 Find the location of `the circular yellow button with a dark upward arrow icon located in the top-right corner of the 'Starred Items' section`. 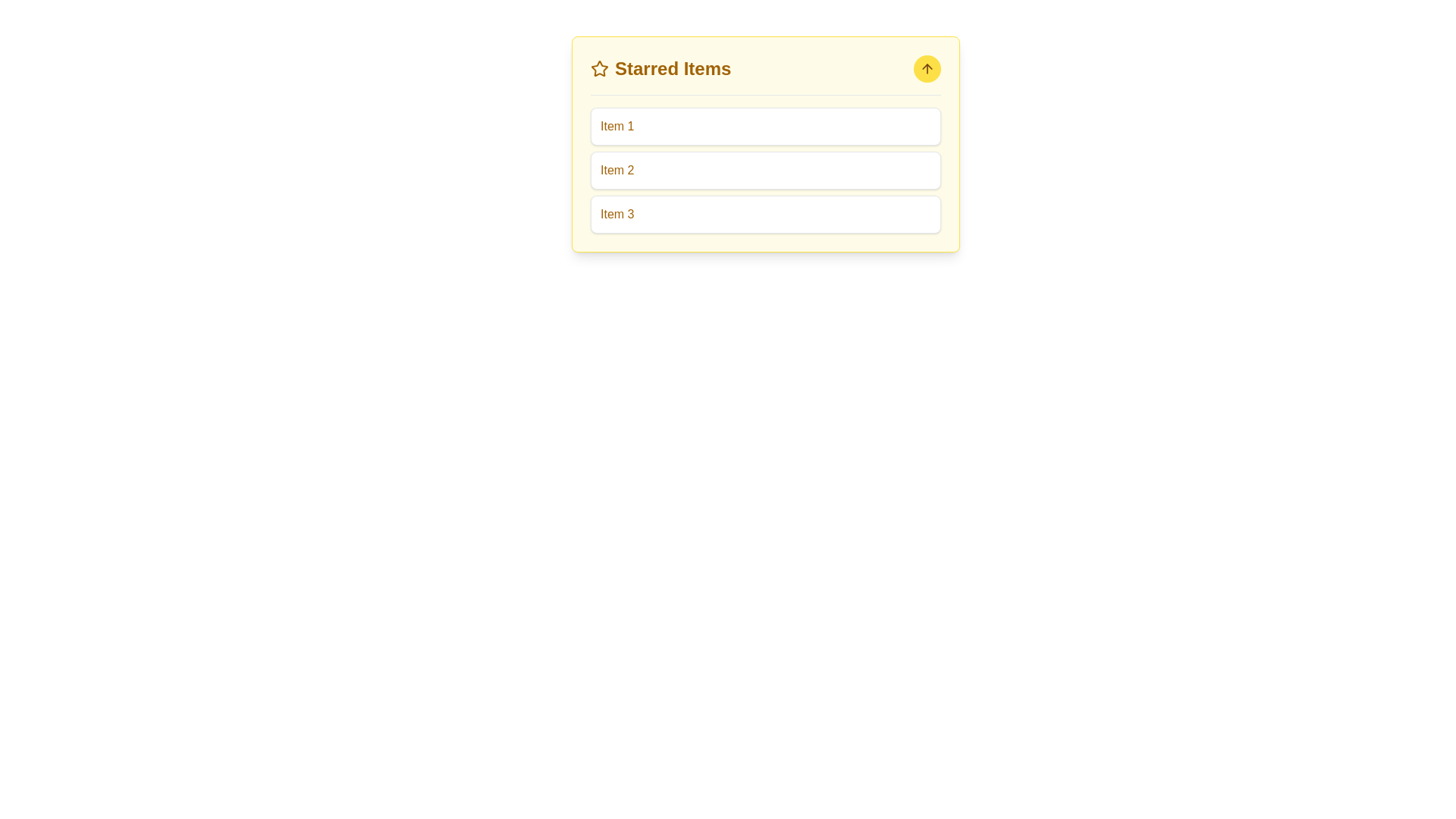

the circular yellow button with a dark upward arrow icon located in the top-right corner of the 'Starred Items' section is located at coordinates (927, 69).